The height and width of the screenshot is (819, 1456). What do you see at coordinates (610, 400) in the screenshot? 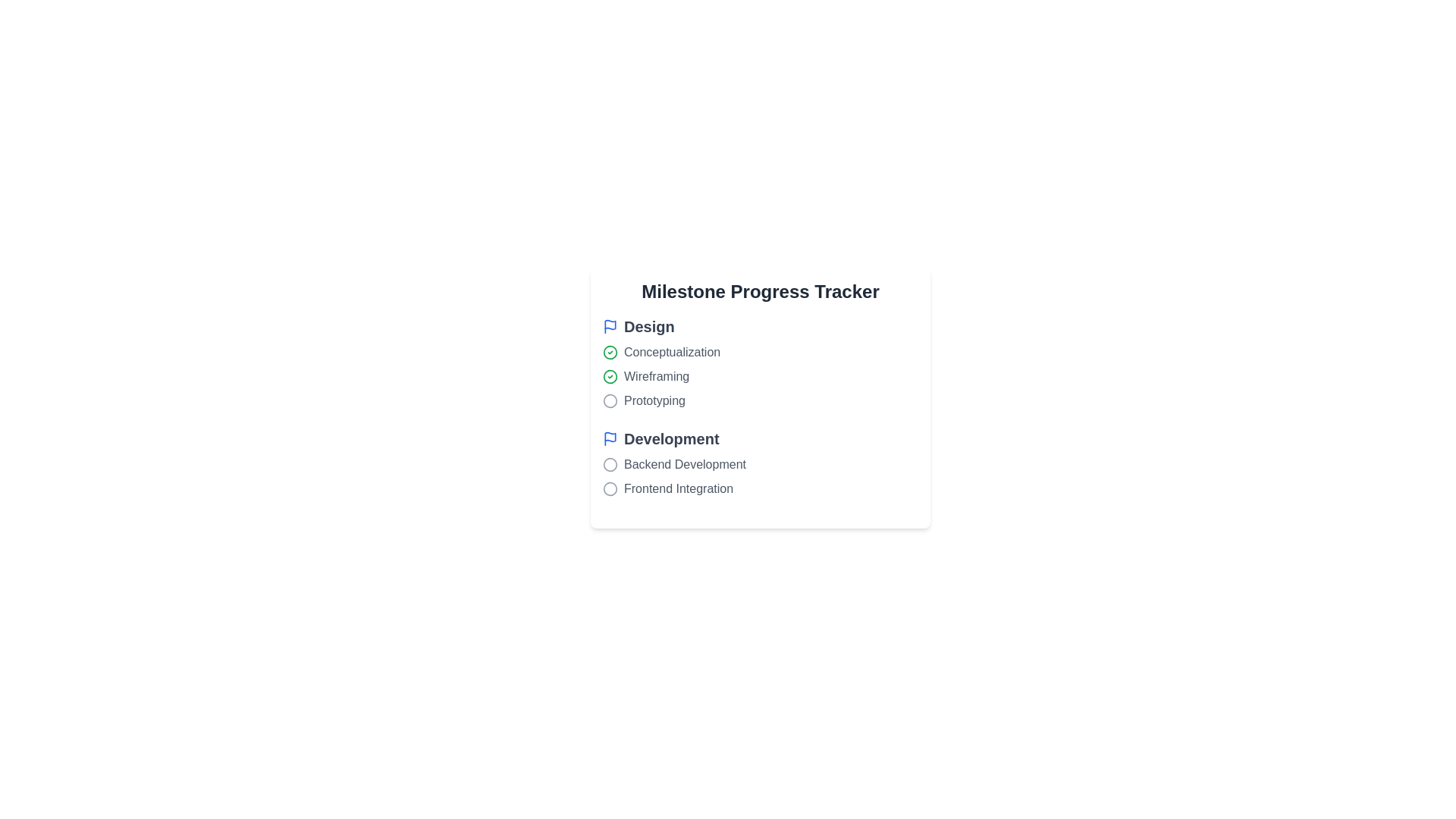
I see `the circular outline icon next to the 'Prototyping' text` at bounding box center [610, 400].